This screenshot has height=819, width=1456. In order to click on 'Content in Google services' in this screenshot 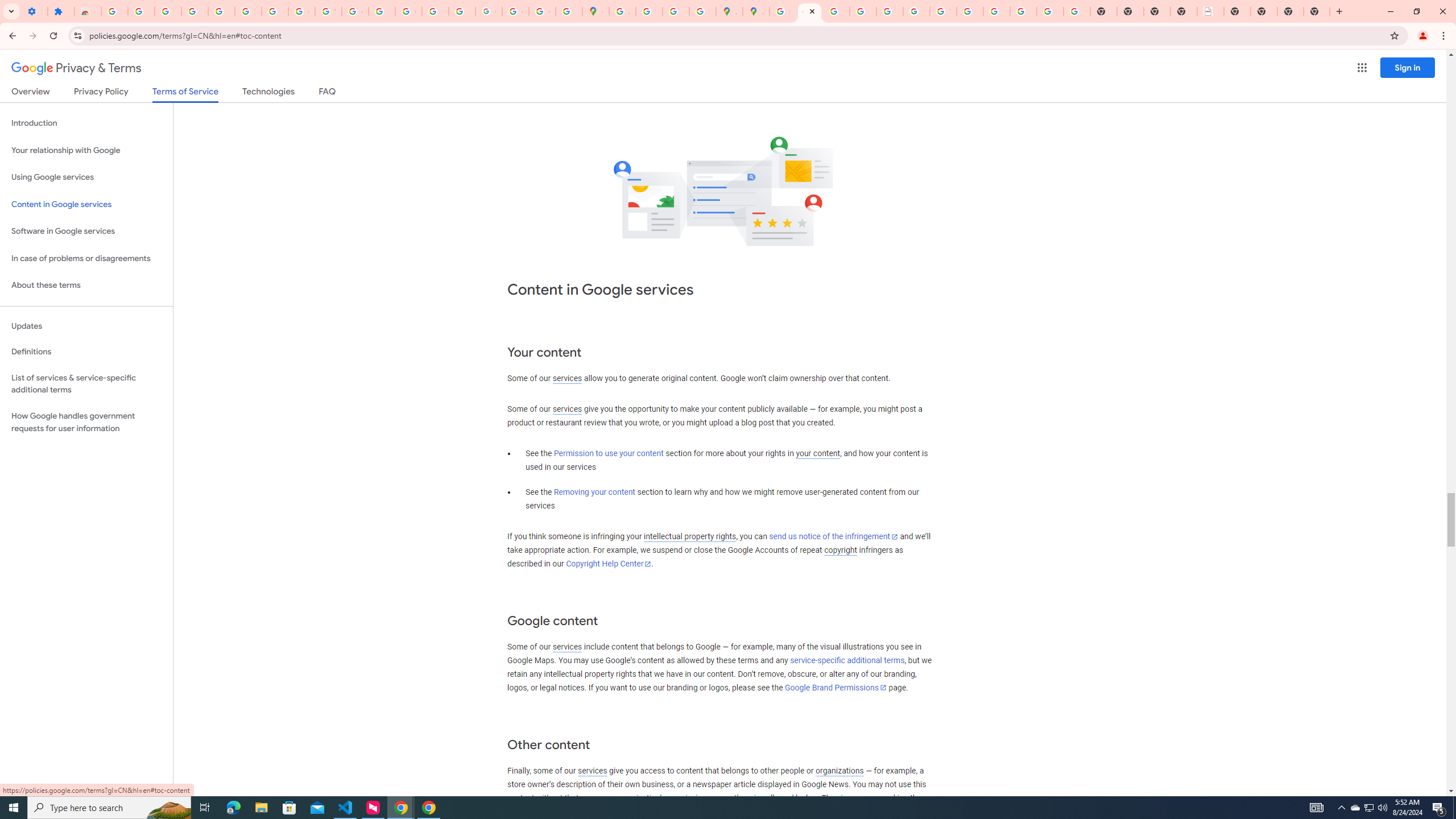, I will do `click(86, 205)`.